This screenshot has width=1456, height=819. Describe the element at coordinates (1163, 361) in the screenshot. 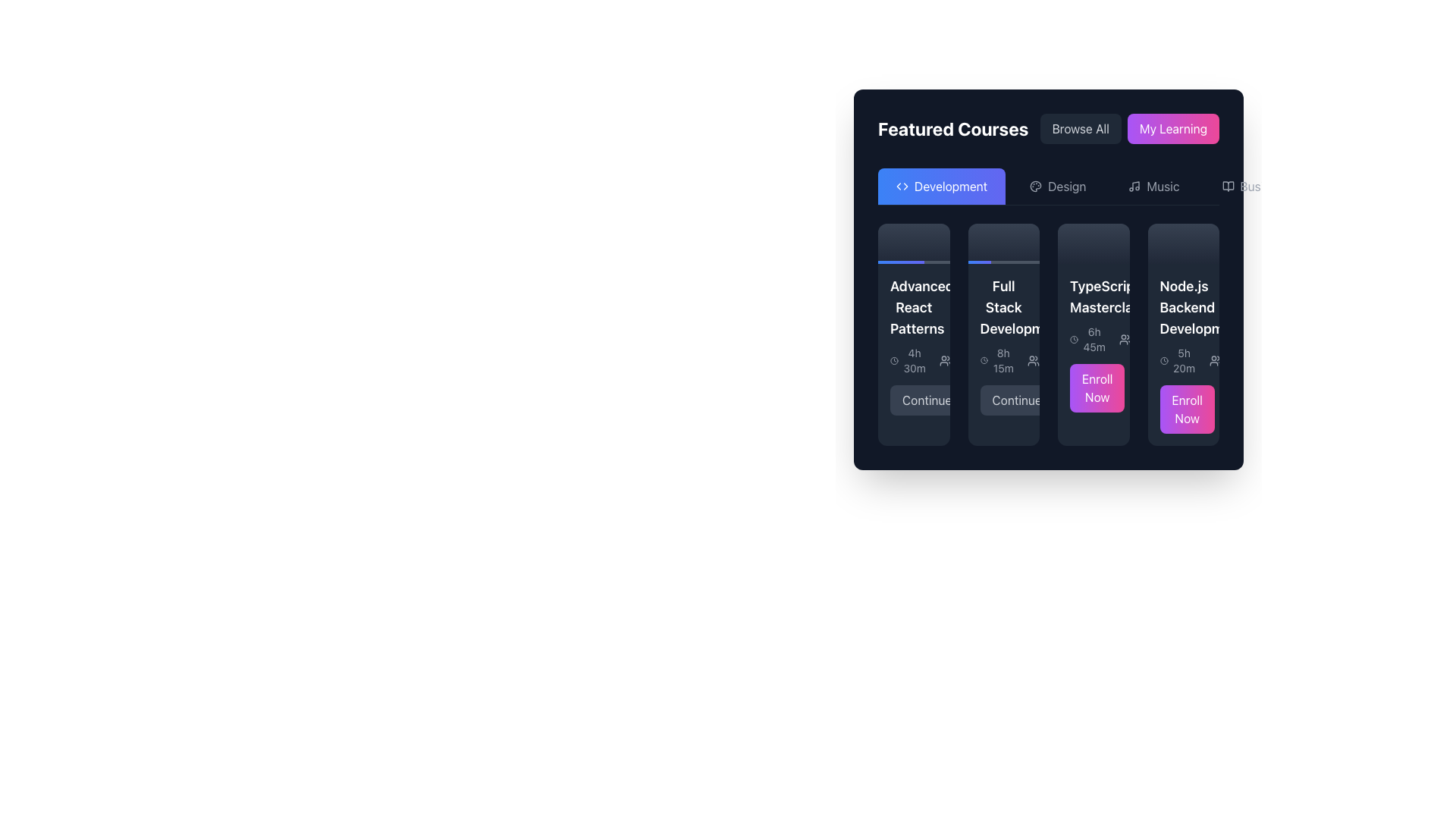

I see `the decorative SVG circle within the clock icon that is part of the 'Node.js Backend Development' course card` at that location.